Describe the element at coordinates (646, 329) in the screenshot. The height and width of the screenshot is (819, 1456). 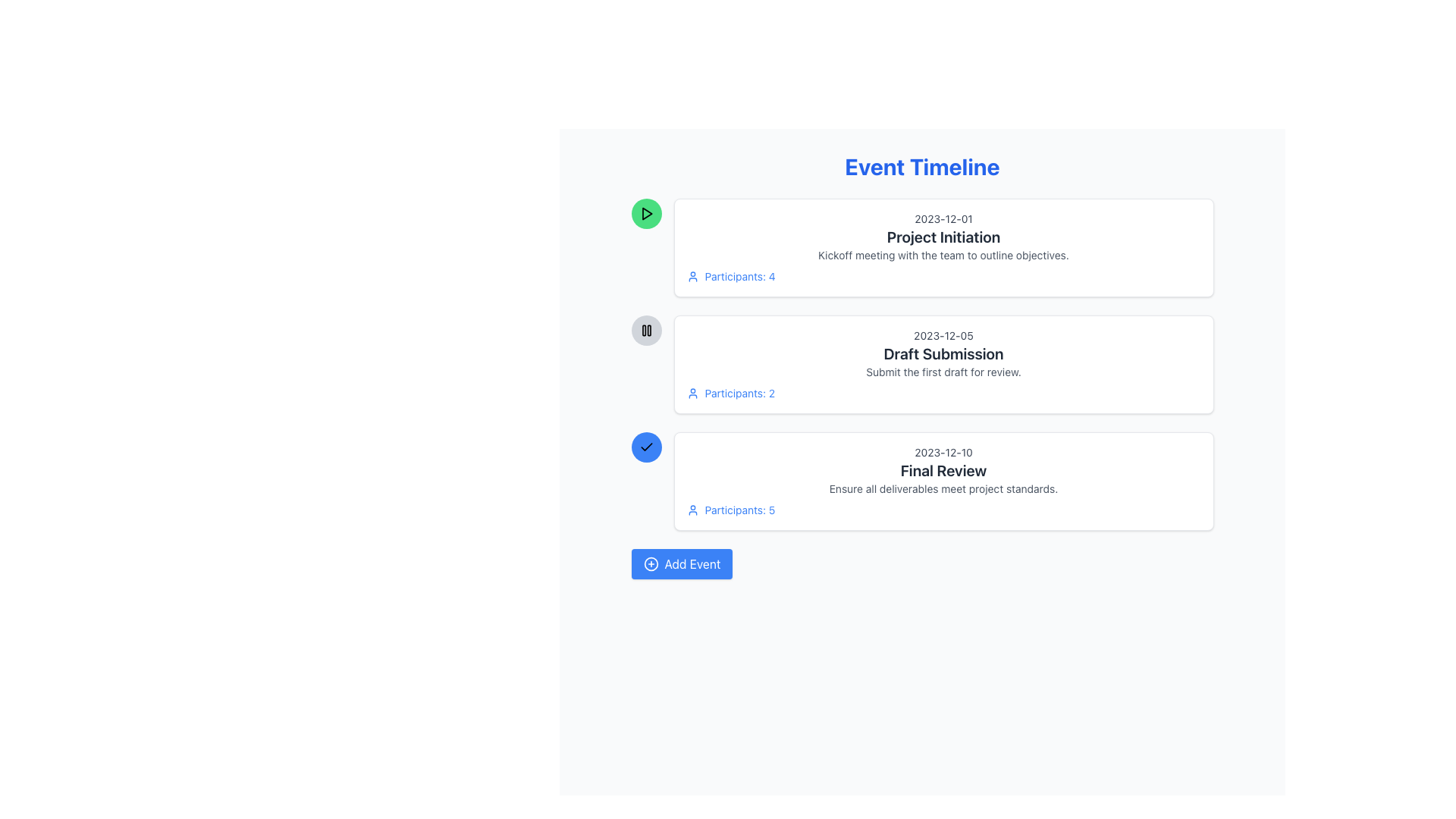
I see `the icon indicating the 'Draft Submission' event, which is located to the left of the 'Draft Submission' event in the list of events and vertically aligned with its textual content` at that location.